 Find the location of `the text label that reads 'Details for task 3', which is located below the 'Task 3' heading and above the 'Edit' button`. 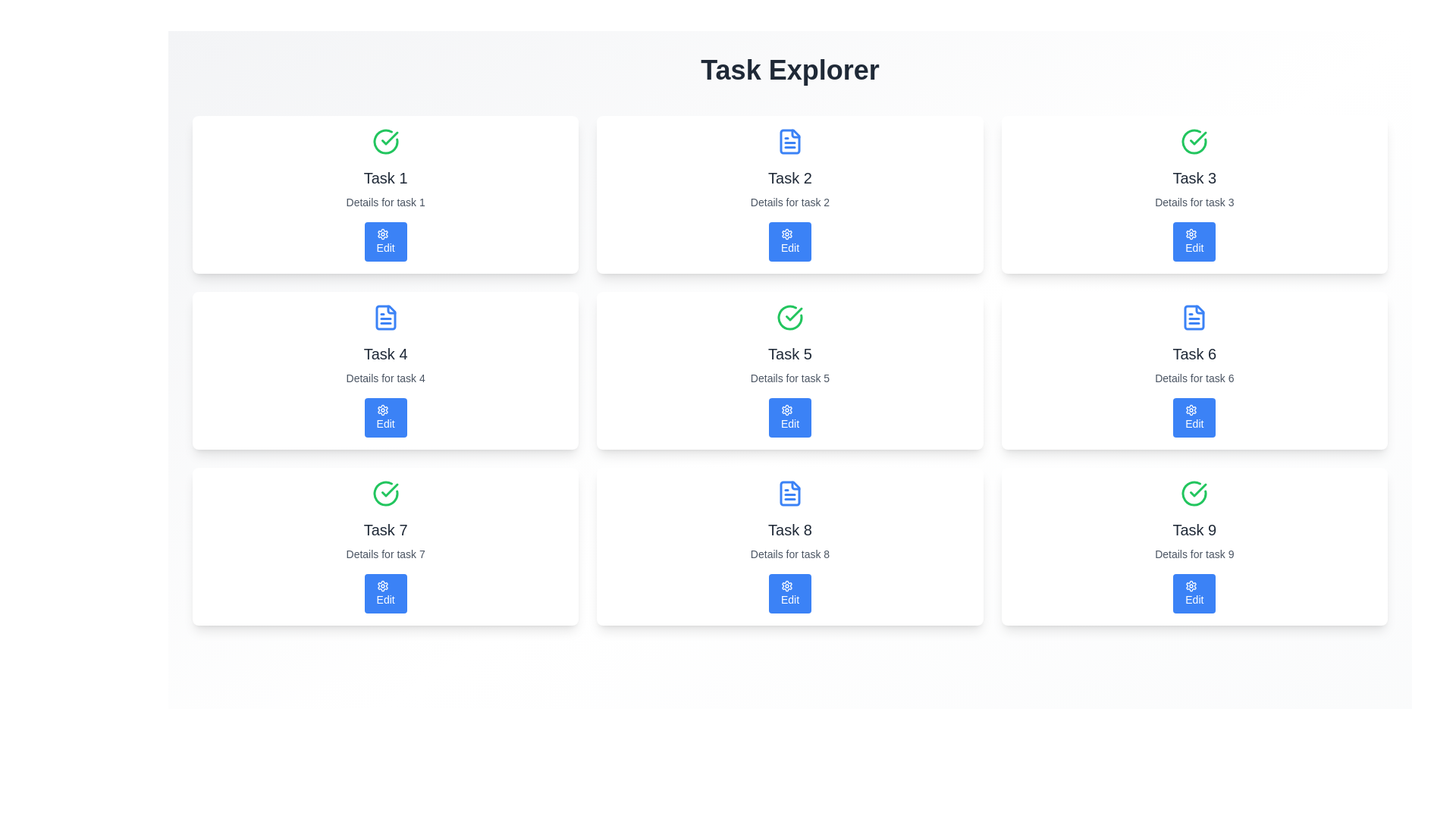

the text label that reads 'Details for task 3', which is located below the 'Task 3' heading and above the 'Edit' button is located at coordinates (1194, 201).